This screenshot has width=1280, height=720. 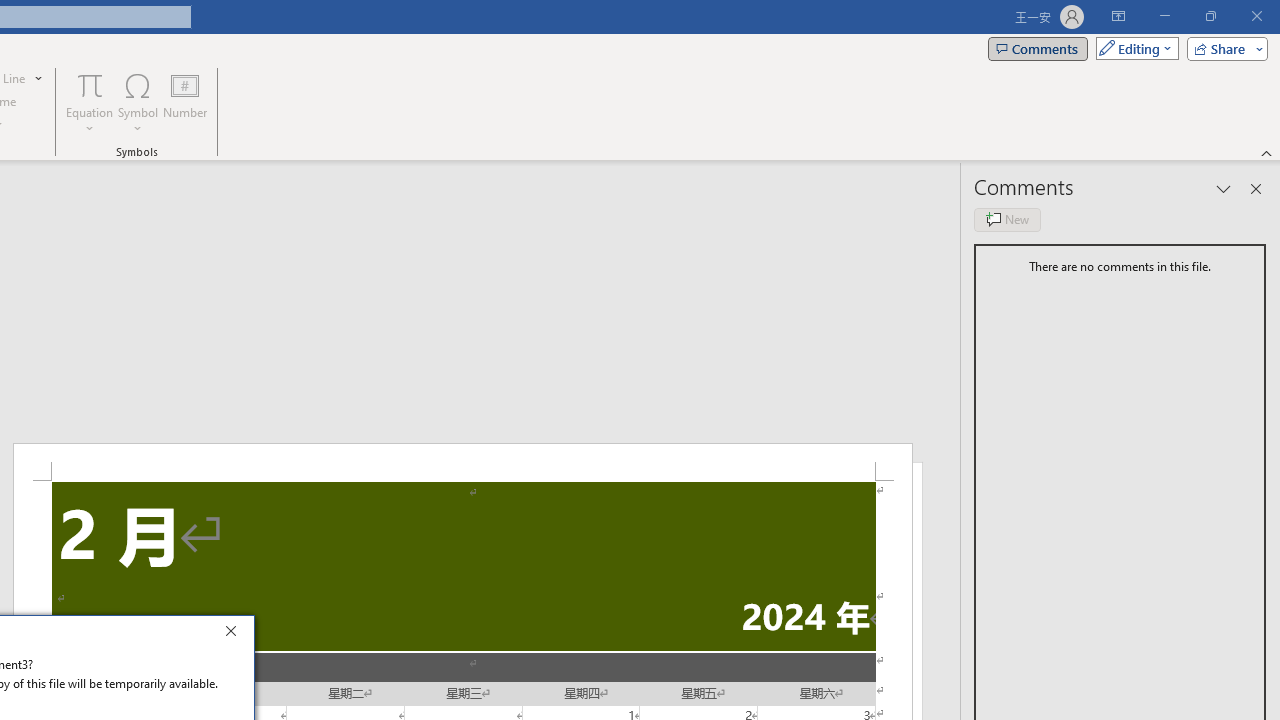 I want to click on 'Header -Section 2-', so click(x=461, y=462).